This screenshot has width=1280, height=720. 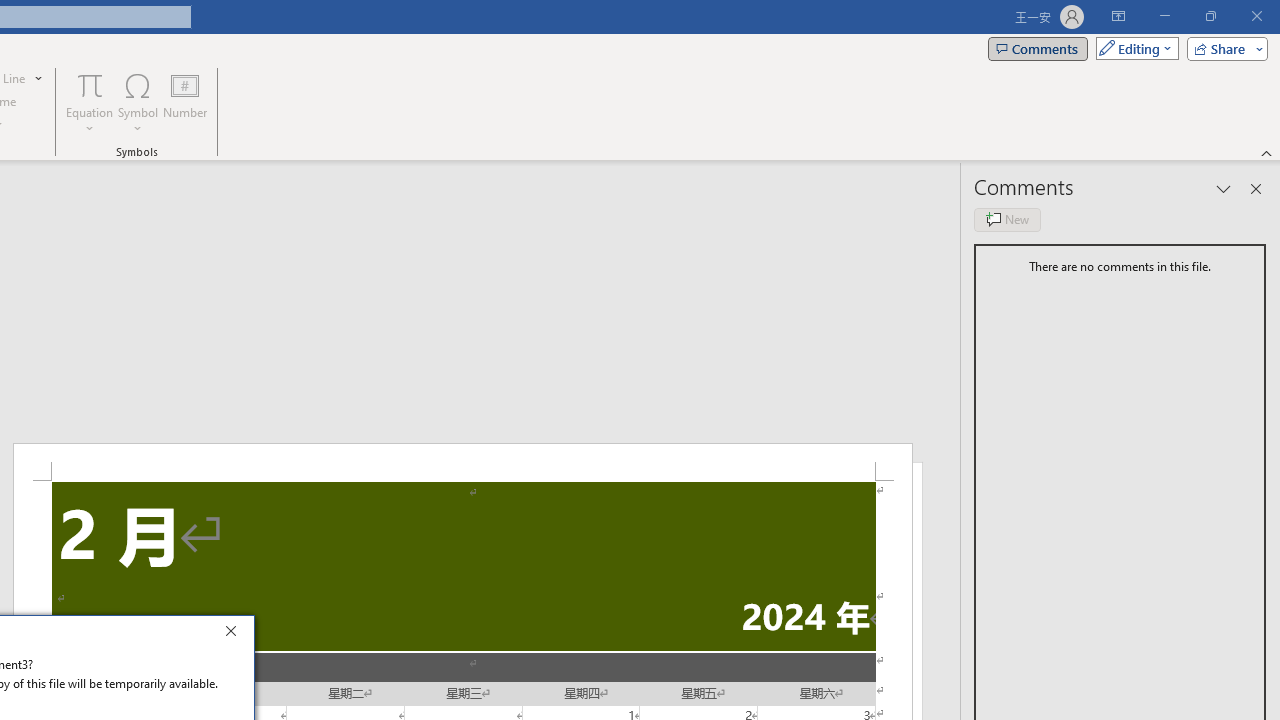 I want to click on 'Header -Section 2-', so click(x=461, y=462).